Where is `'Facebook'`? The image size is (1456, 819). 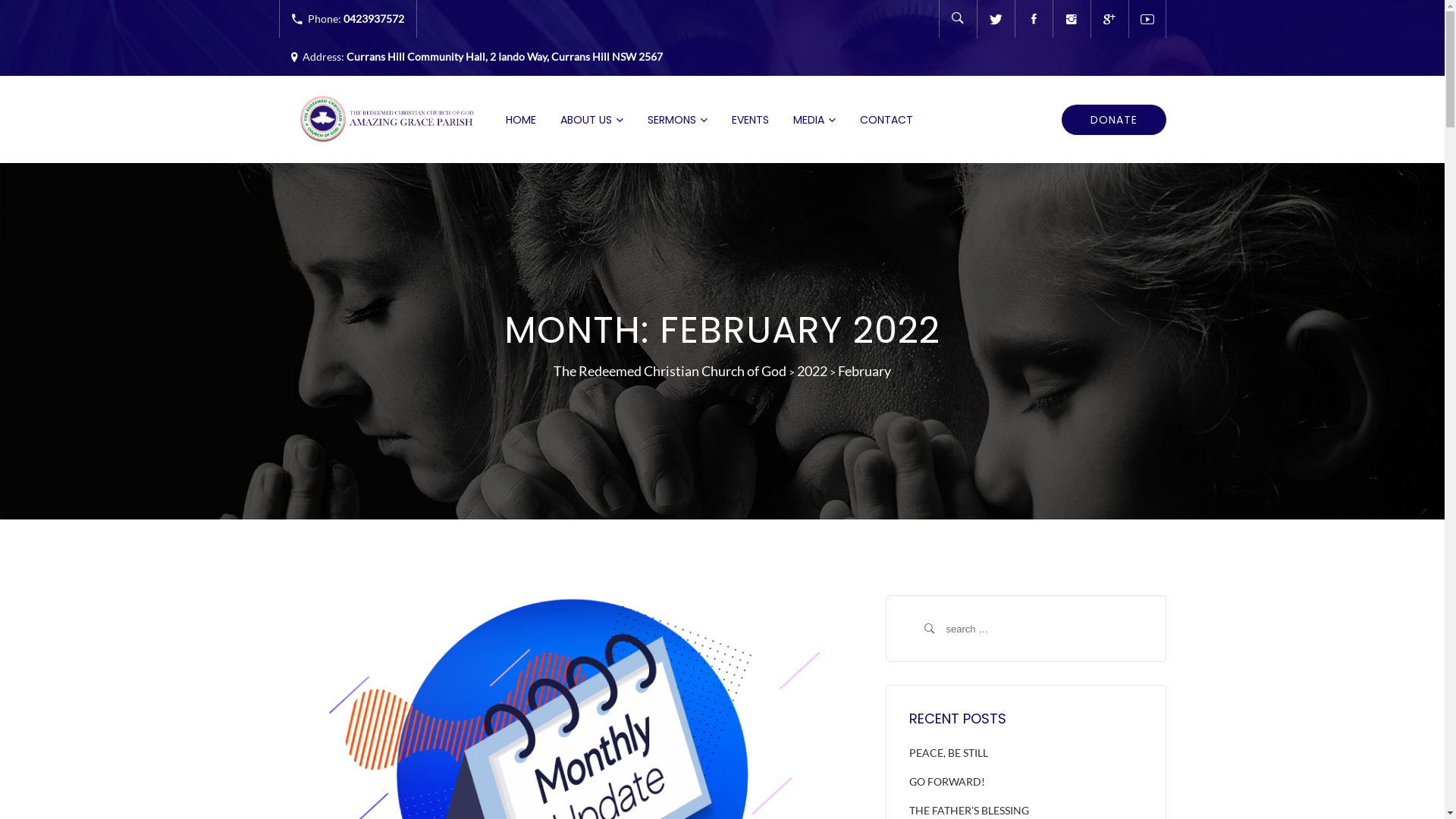 'Facebook' is located at coordinates (1033, 18).